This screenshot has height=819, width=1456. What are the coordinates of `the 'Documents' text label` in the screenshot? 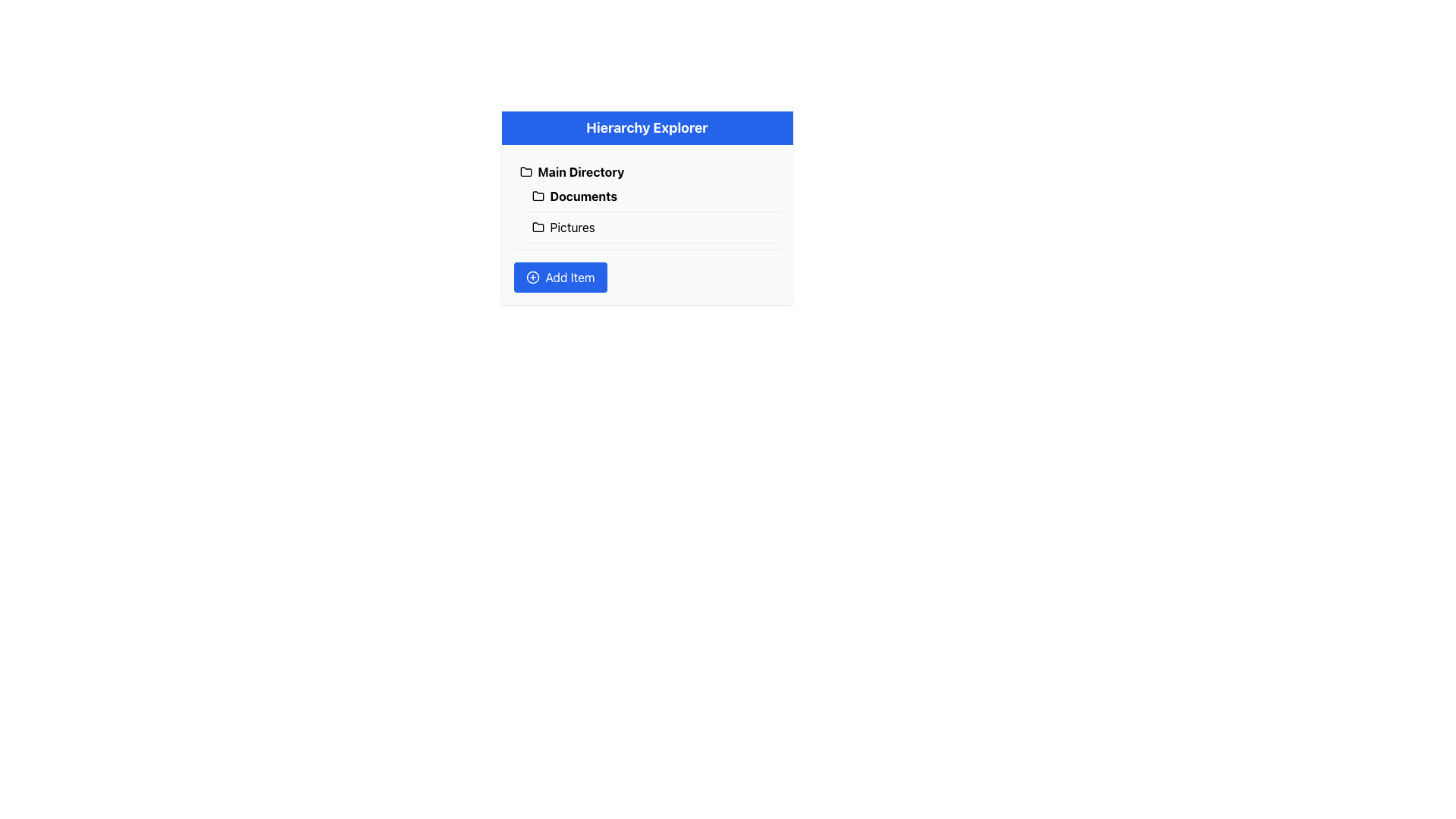 It's located at (582, 195).